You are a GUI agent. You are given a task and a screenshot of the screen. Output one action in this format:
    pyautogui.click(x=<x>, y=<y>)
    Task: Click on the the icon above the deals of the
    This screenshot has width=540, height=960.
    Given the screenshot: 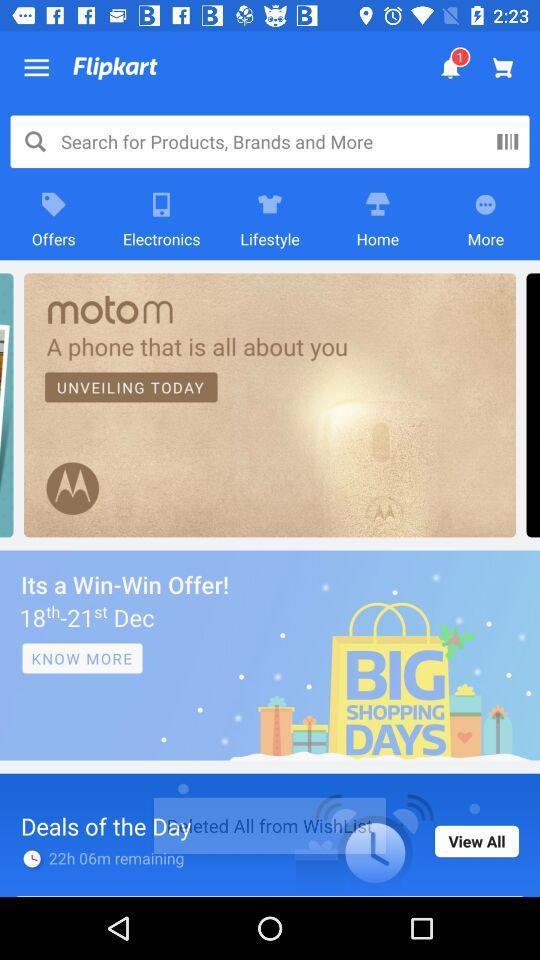 What is the action you would take?
    pyautogui.click(x=270, y=654)
    